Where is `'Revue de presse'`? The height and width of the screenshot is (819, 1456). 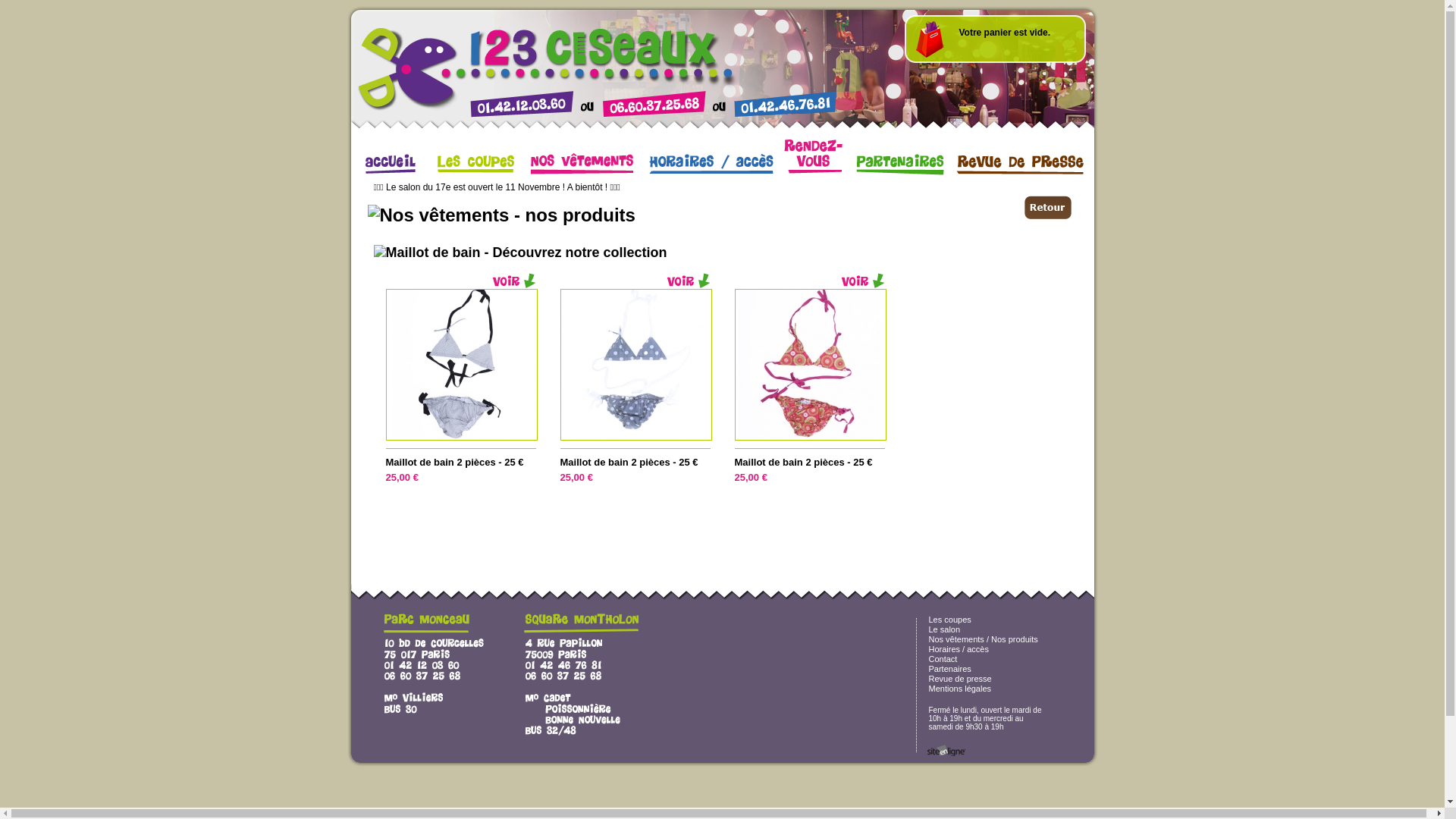 'Revue de presse' is located at coordinates (959, 677).